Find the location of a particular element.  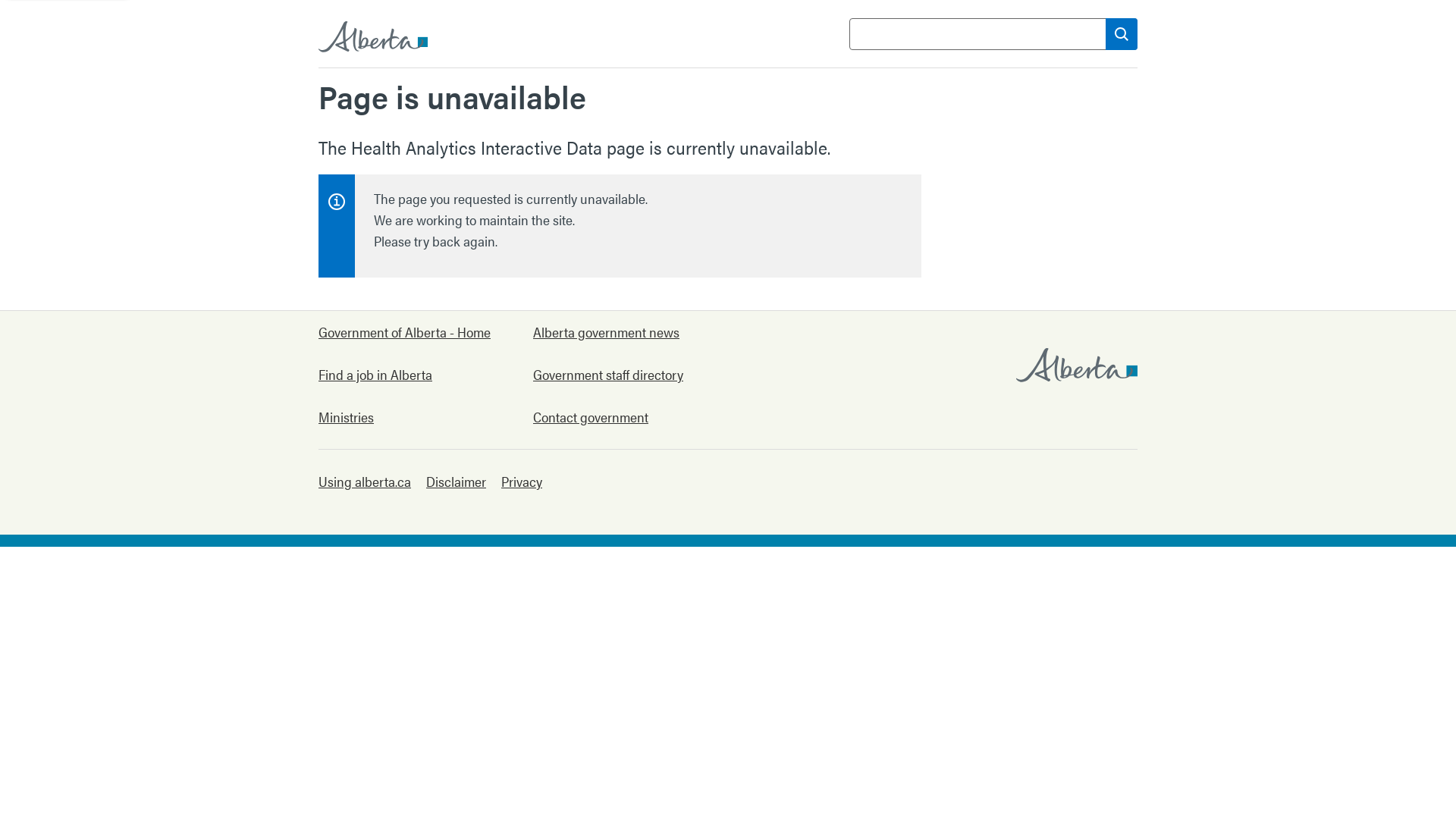

'Alberta government news' is located at coordinates (619, 331).